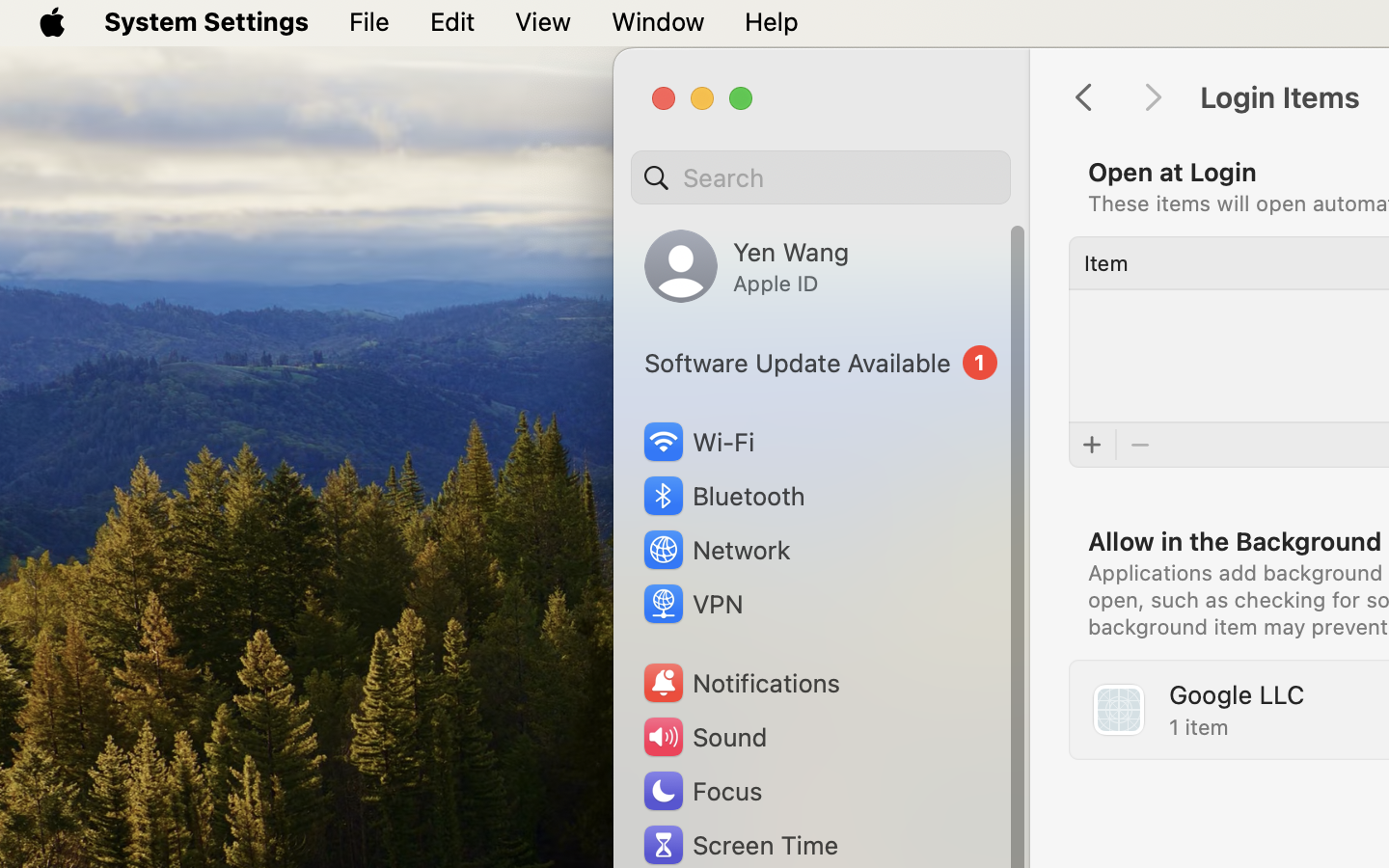  I want to click on 'Google LLC', so click(1237, 693).